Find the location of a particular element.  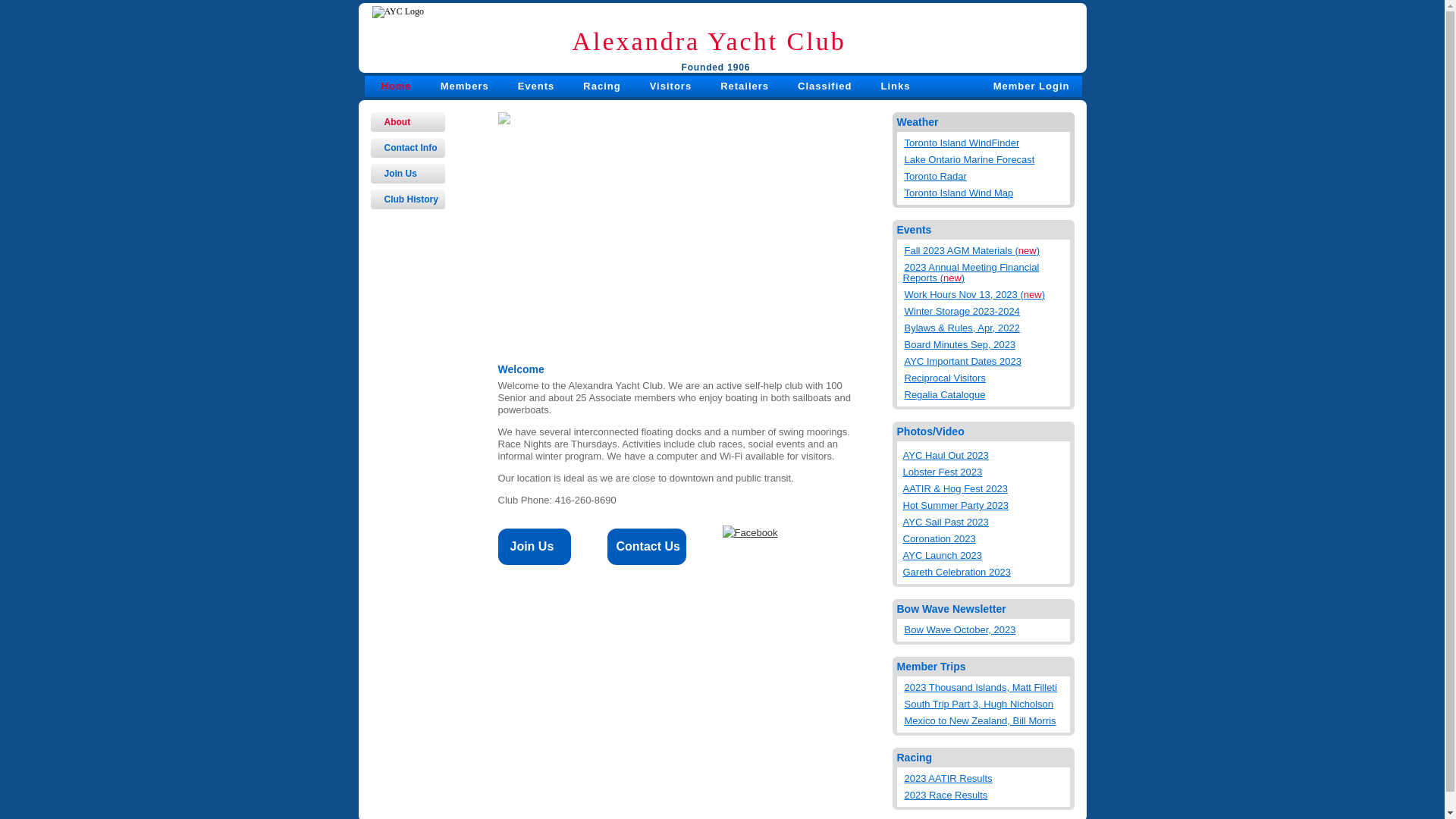

'Mexico to New Zealand, Bill Morris' is located at coordinates (986, 717).